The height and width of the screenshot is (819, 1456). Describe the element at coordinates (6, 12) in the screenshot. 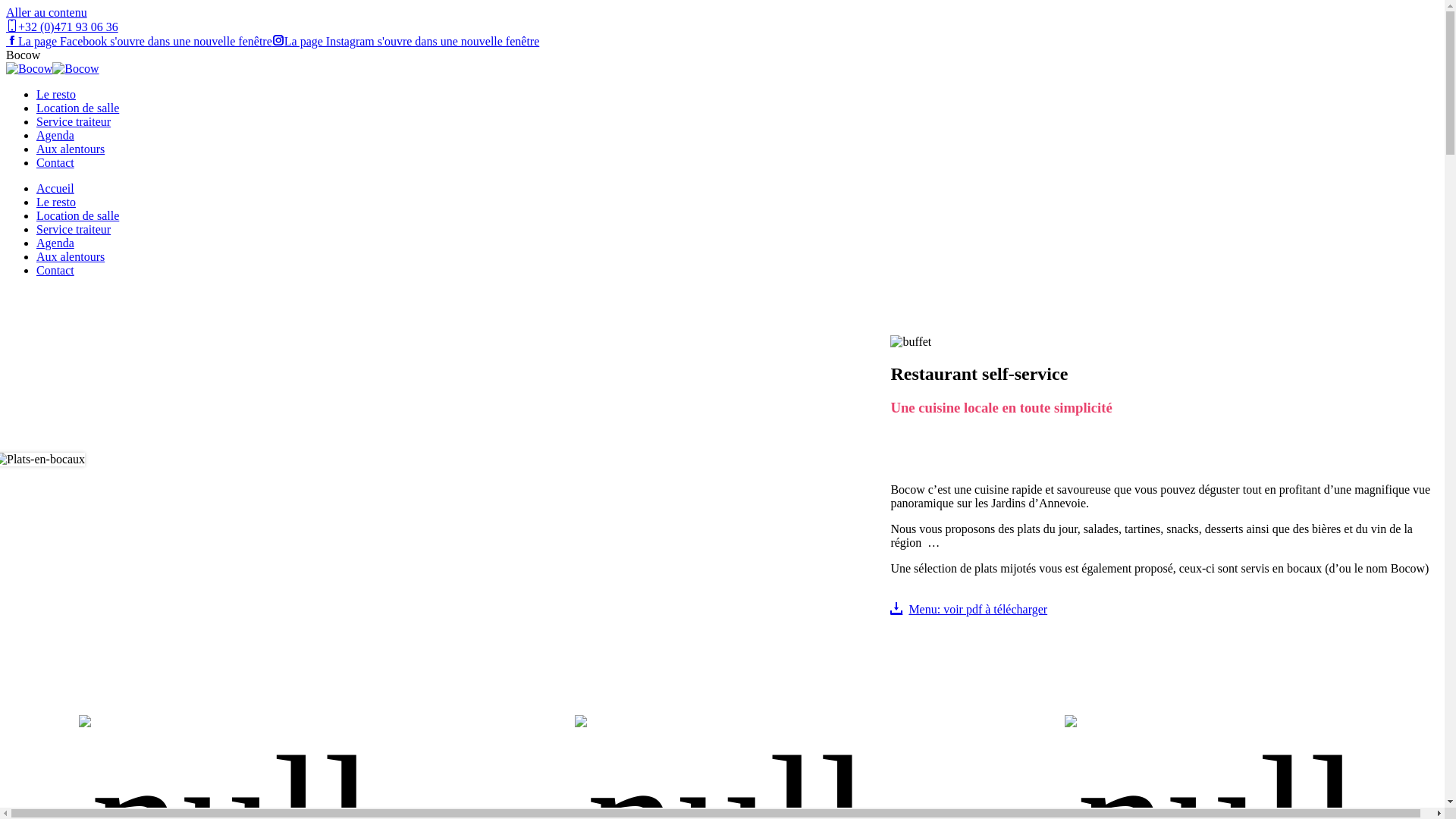

I see `'Aller au contenu'` at that location.